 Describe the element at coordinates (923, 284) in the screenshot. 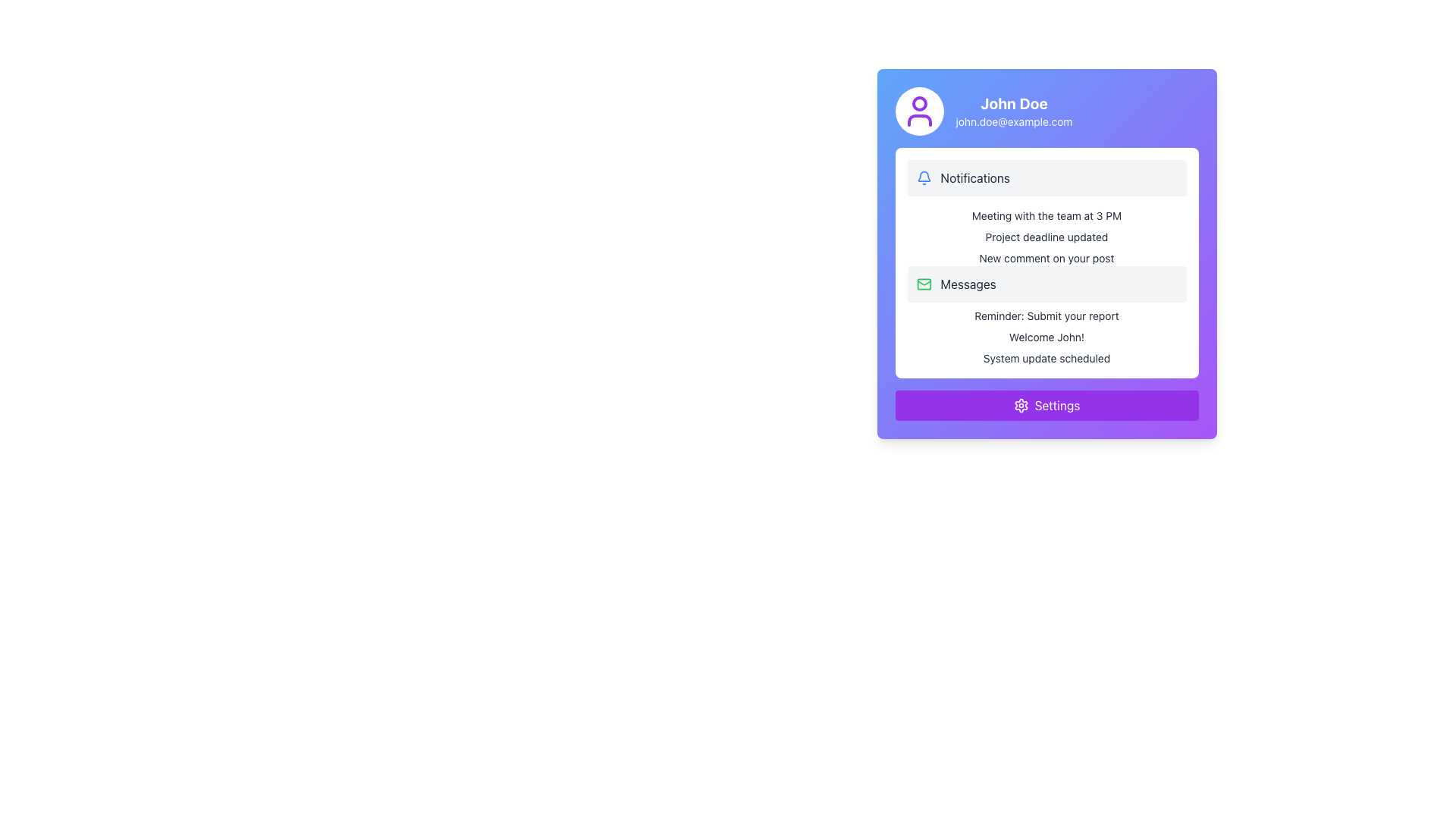

I see `the green-outlined envelope icon that is positioned next to the 'Messages' label in the user interface` at that location.